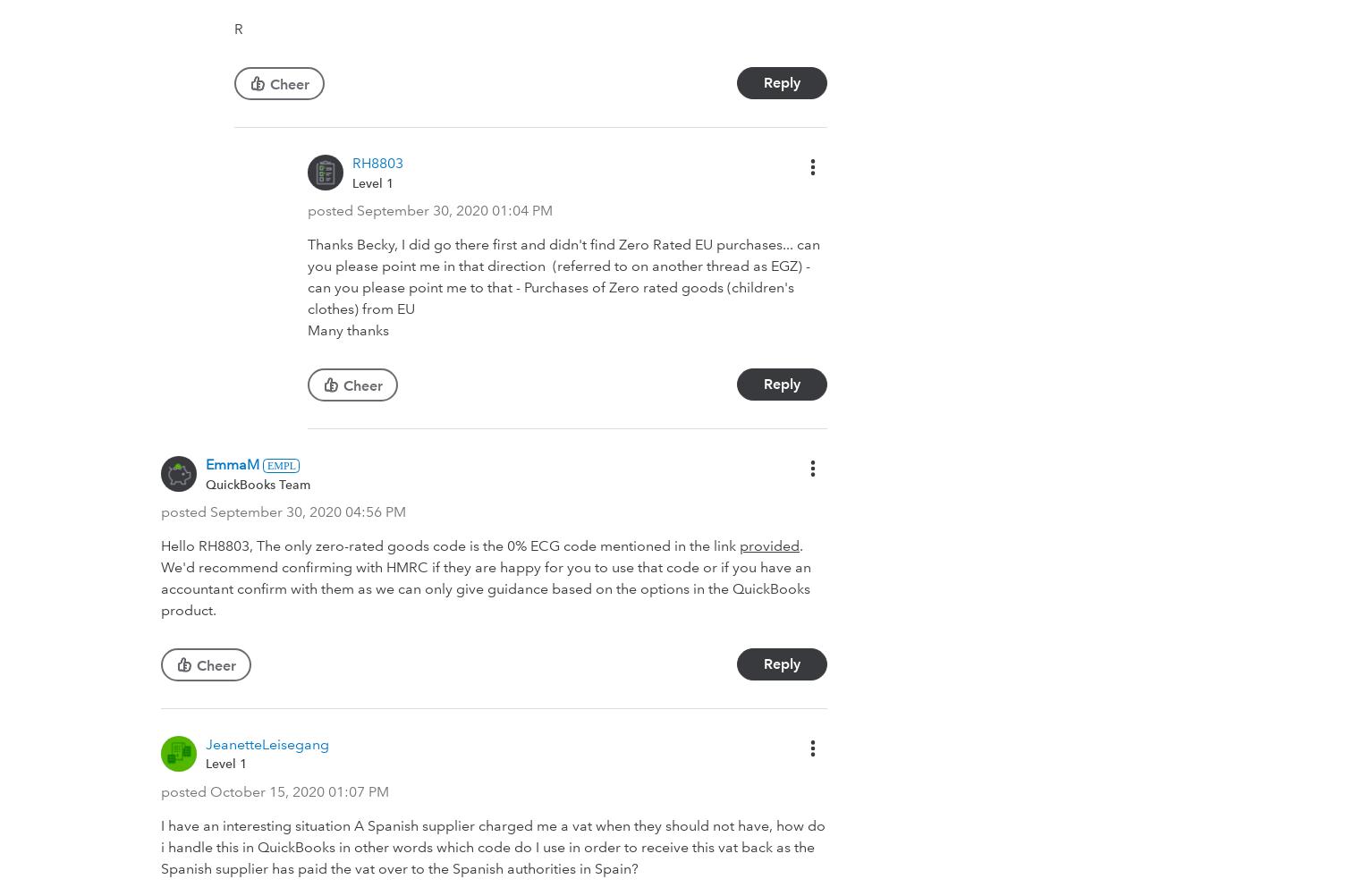  Describe the element at coordinates (375, 511) in the screenshot. I see `'04:56 PM'` at that location.